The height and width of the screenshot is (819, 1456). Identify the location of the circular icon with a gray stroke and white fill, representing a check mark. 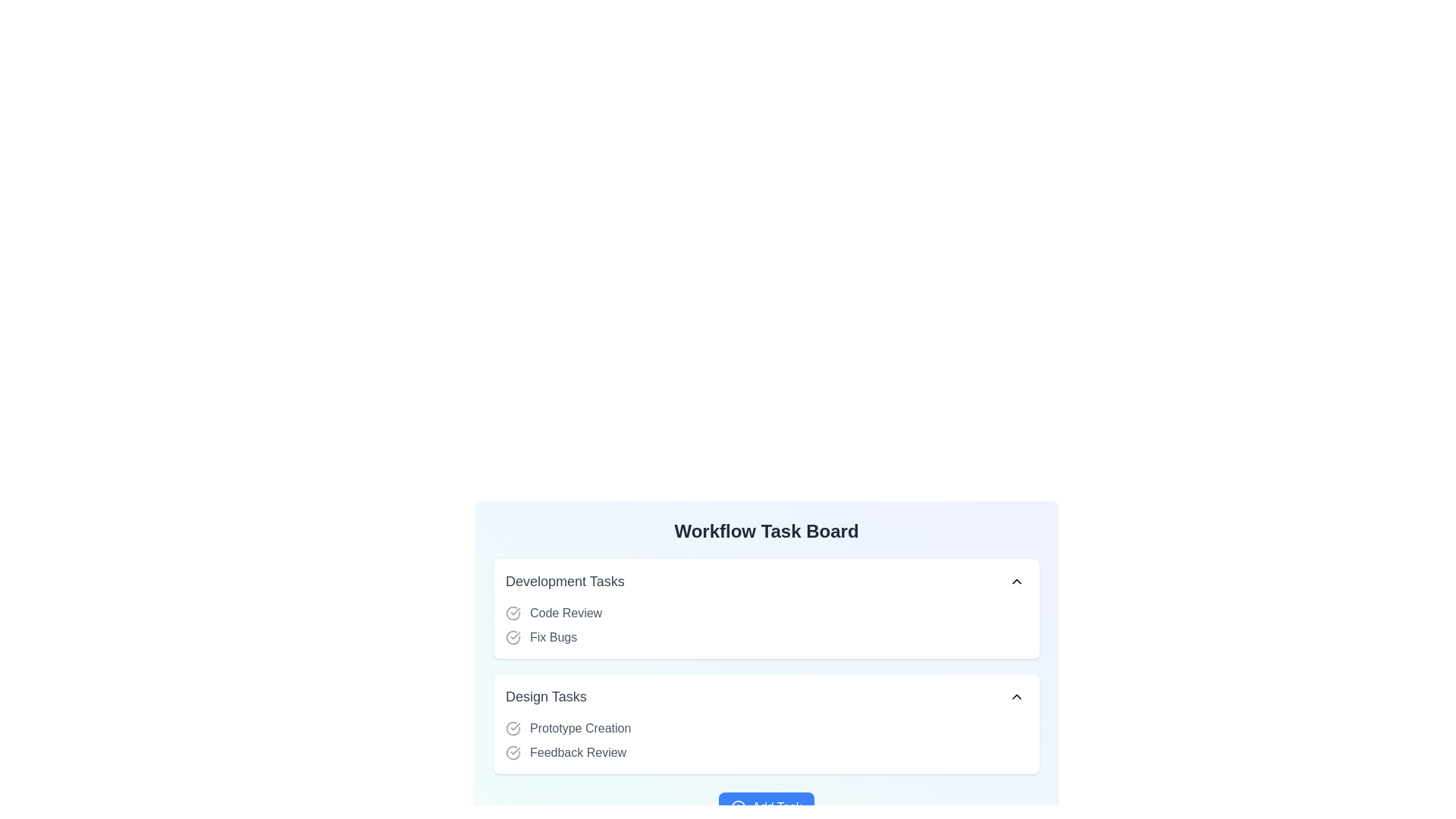
(513, 613).